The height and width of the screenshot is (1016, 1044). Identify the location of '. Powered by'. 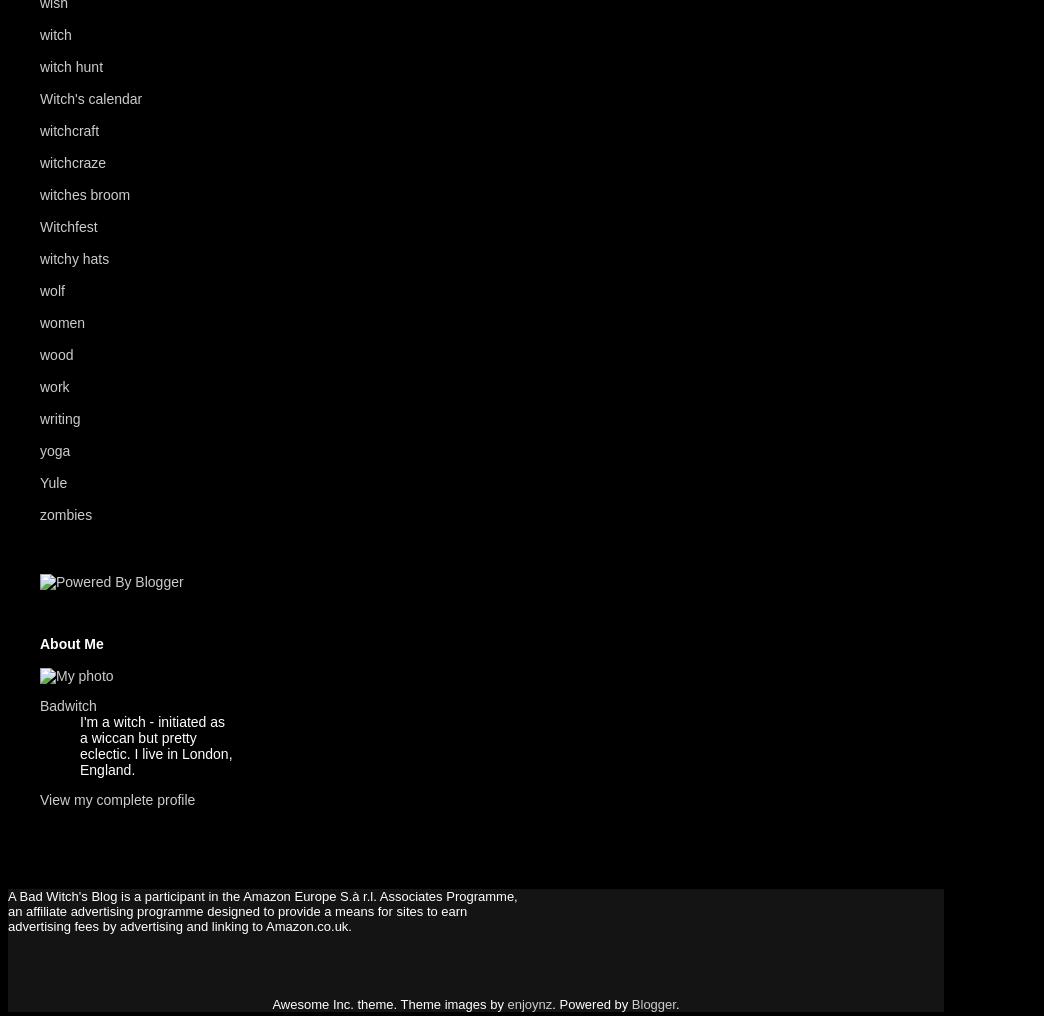
(550, 1003).